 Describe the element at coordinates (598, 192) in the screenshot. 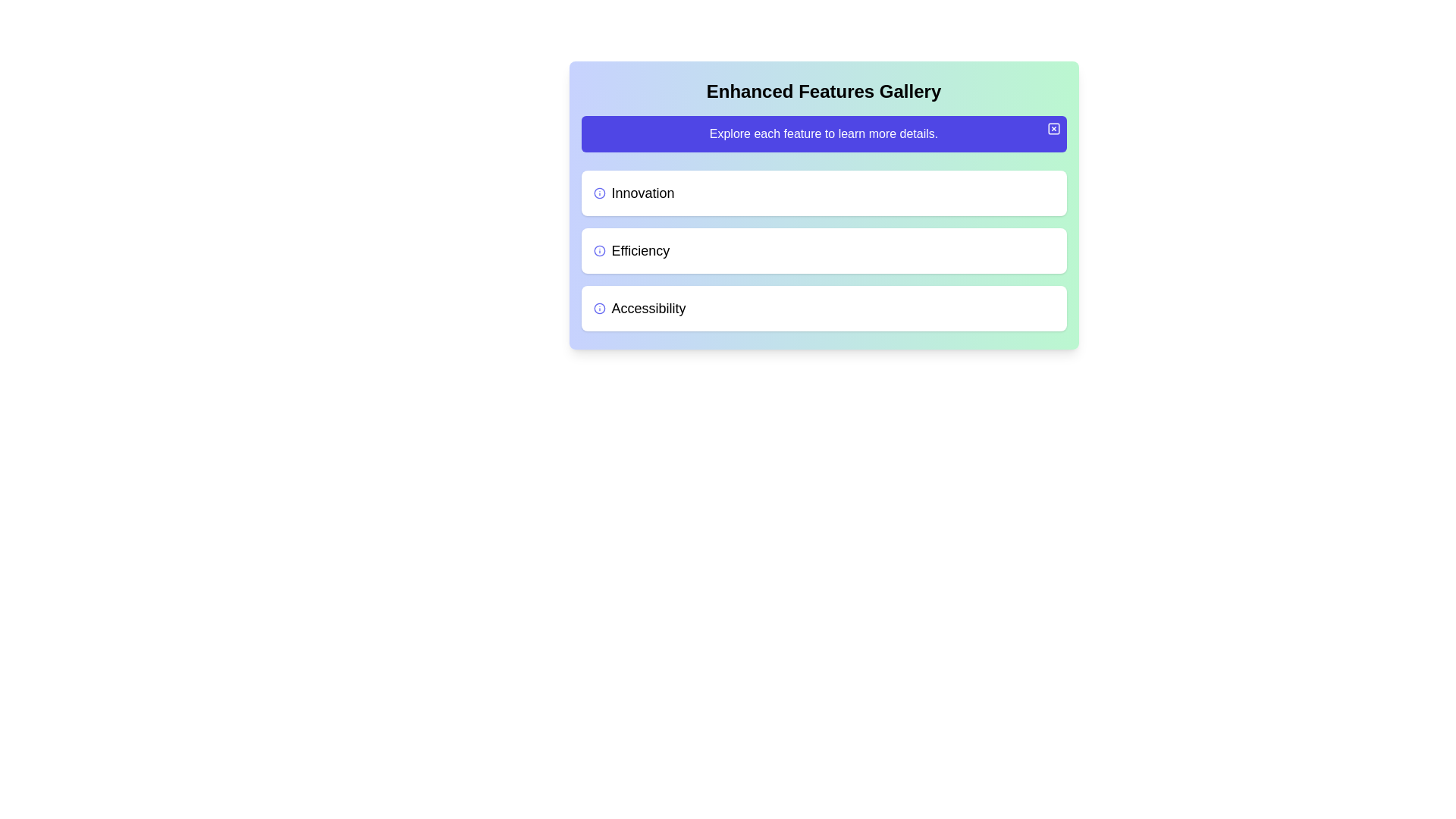

I see `the 'Innovation' icon` at that location.